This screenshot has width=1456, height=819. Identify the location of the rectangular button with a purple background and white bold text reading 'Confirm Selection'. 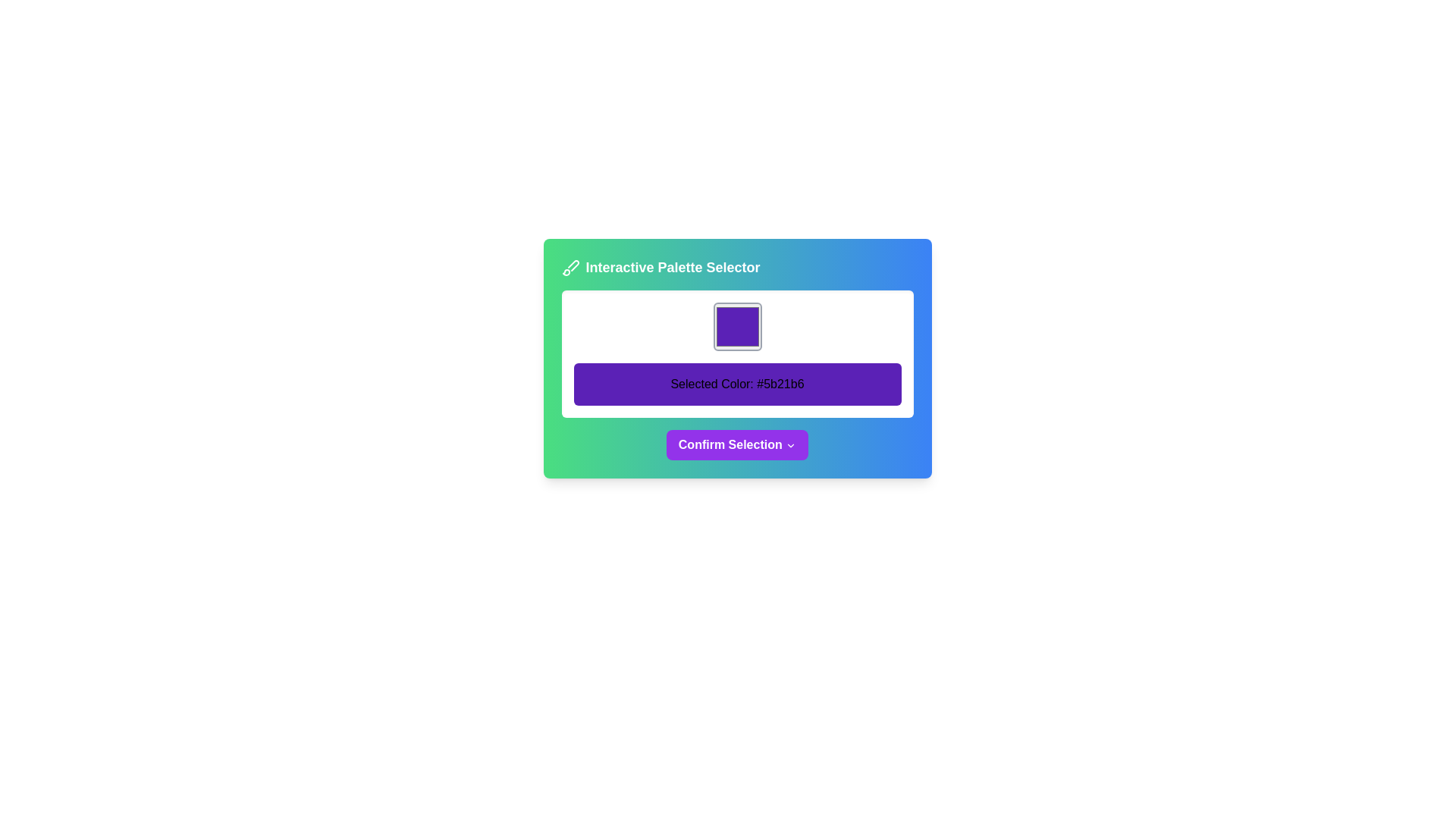
(737, 444).